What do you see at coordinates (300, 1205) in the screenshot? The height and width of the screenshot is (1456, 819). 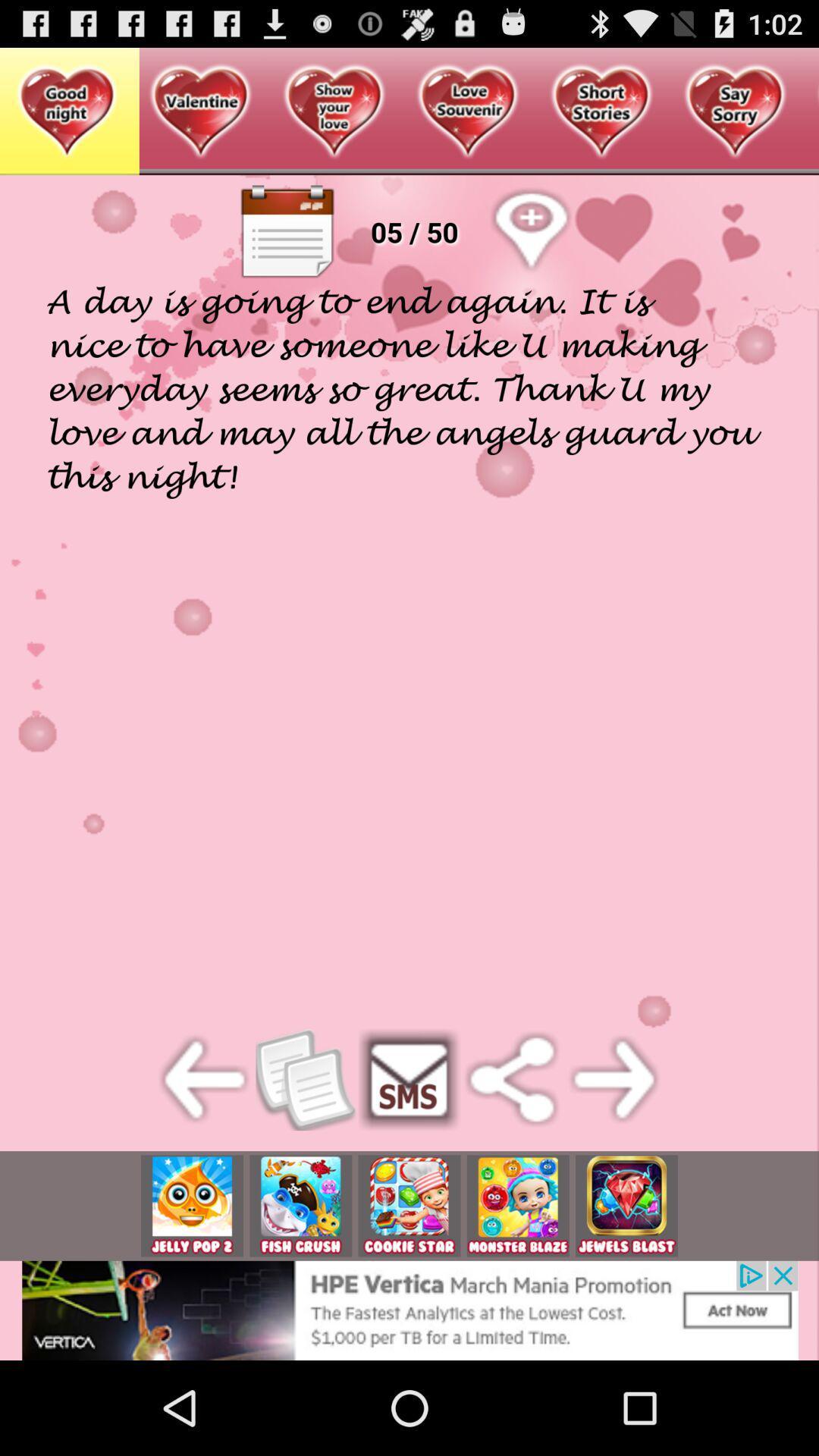 I see `button between the jelly pop2 and cookie star` at bounding box center [300, 1205].